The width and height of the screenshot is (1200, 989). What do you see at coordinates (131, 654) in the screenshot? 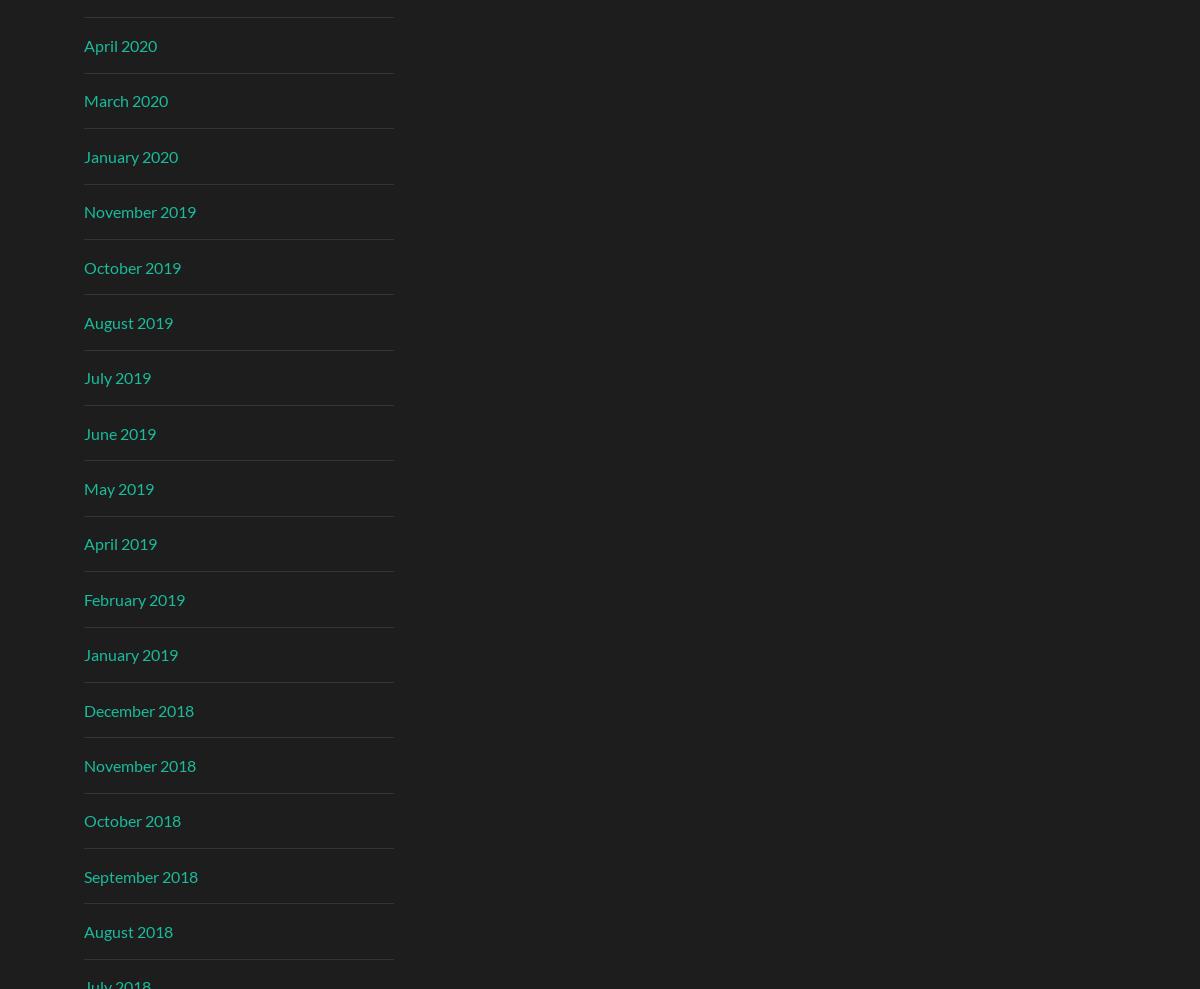
I see `'January 2019'` at bounding box center [131, 654].